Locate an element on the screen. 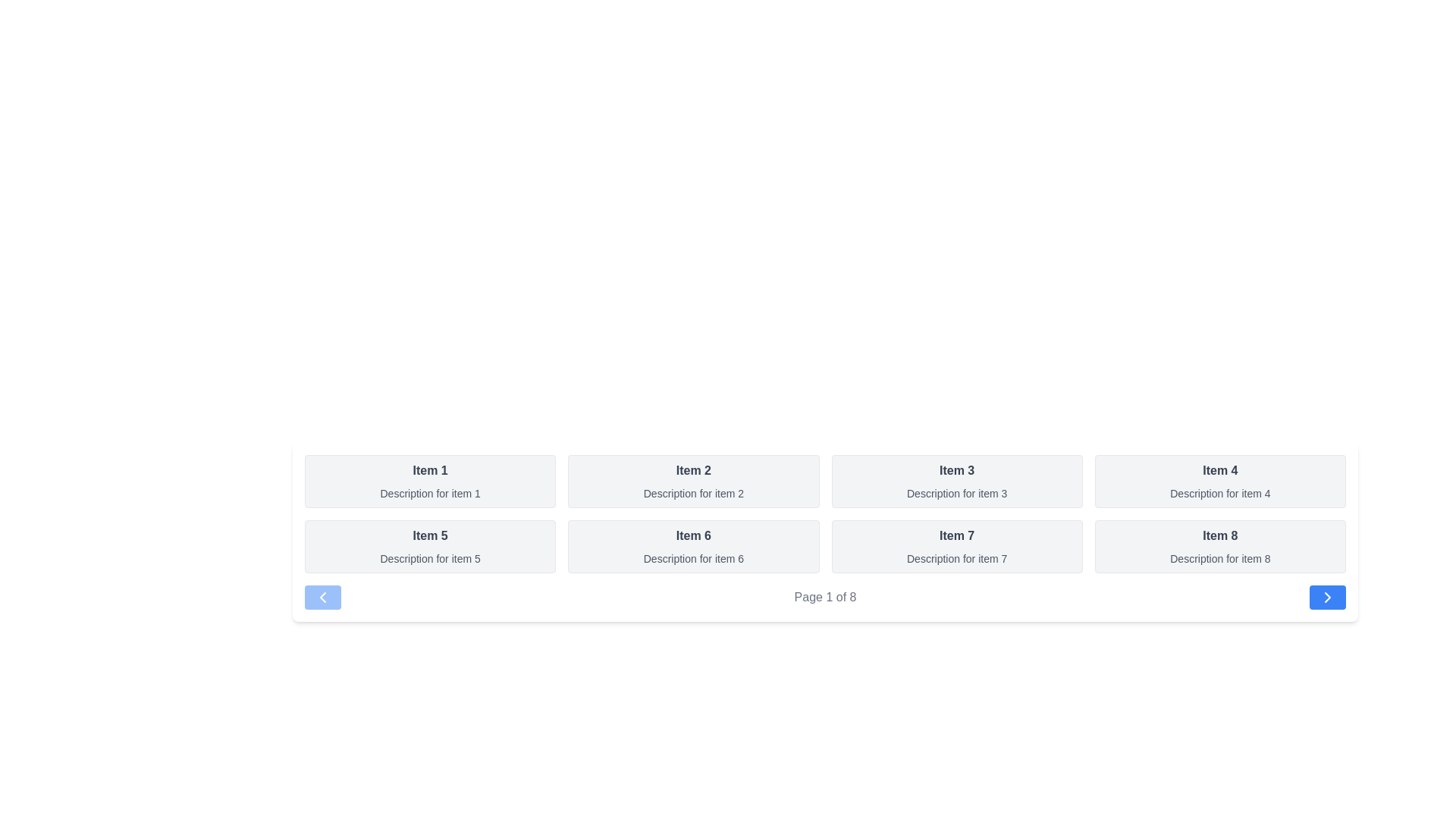 Image resolution: width=1456 pixels, height=819 pixels. the Text Label reading 'Description for item 6' is located at coordinates (692, 558).